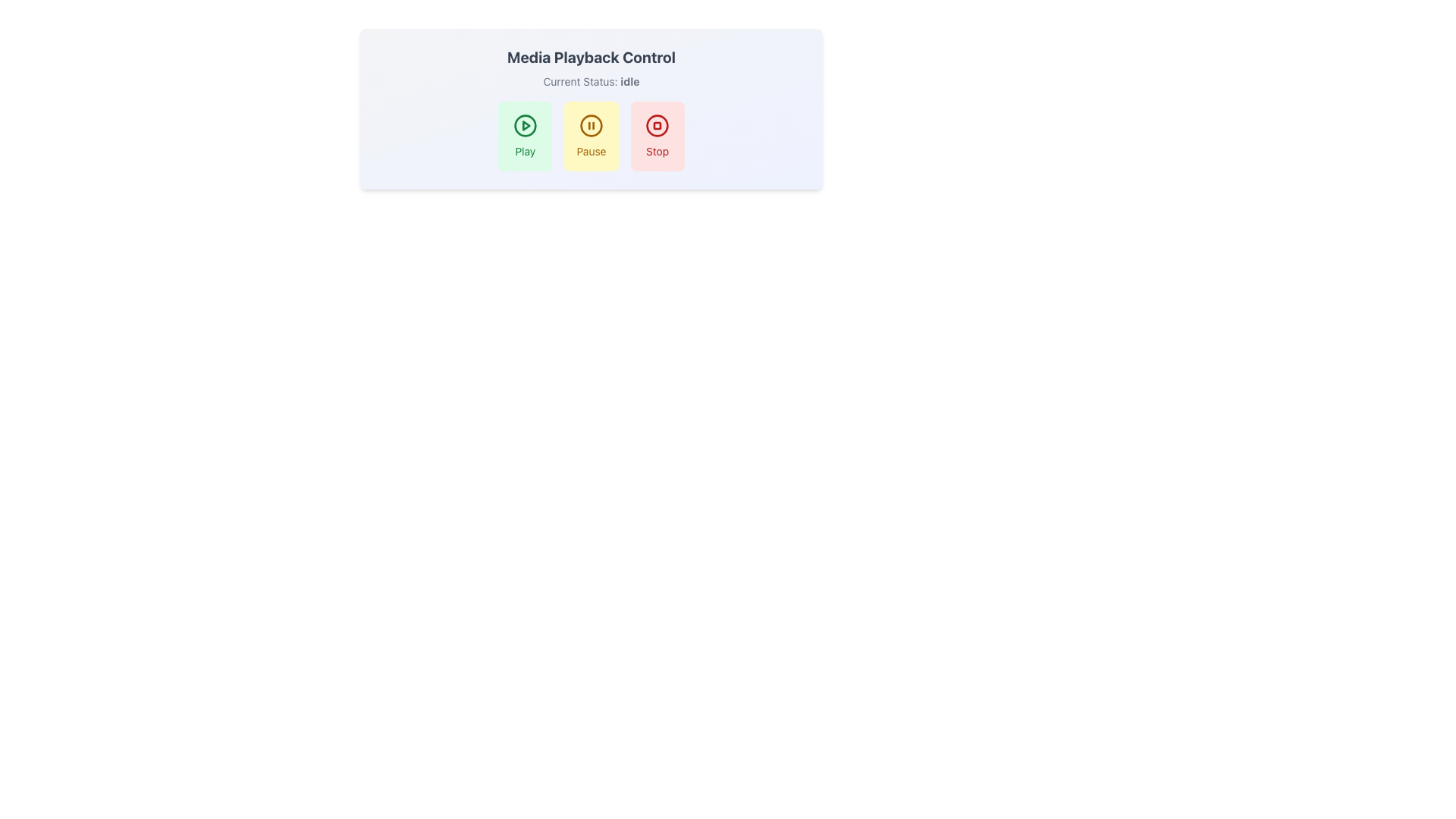 The height and width of the screenshot is (819, 1456). What do you see at coordinates (590, 136) in the screenshot?
I see `the pause button located in the 'Media Playback Control' section, which is centered between the 'Play' button on the left and the 'Stop' button on the right` at bounding box center [590, 136].